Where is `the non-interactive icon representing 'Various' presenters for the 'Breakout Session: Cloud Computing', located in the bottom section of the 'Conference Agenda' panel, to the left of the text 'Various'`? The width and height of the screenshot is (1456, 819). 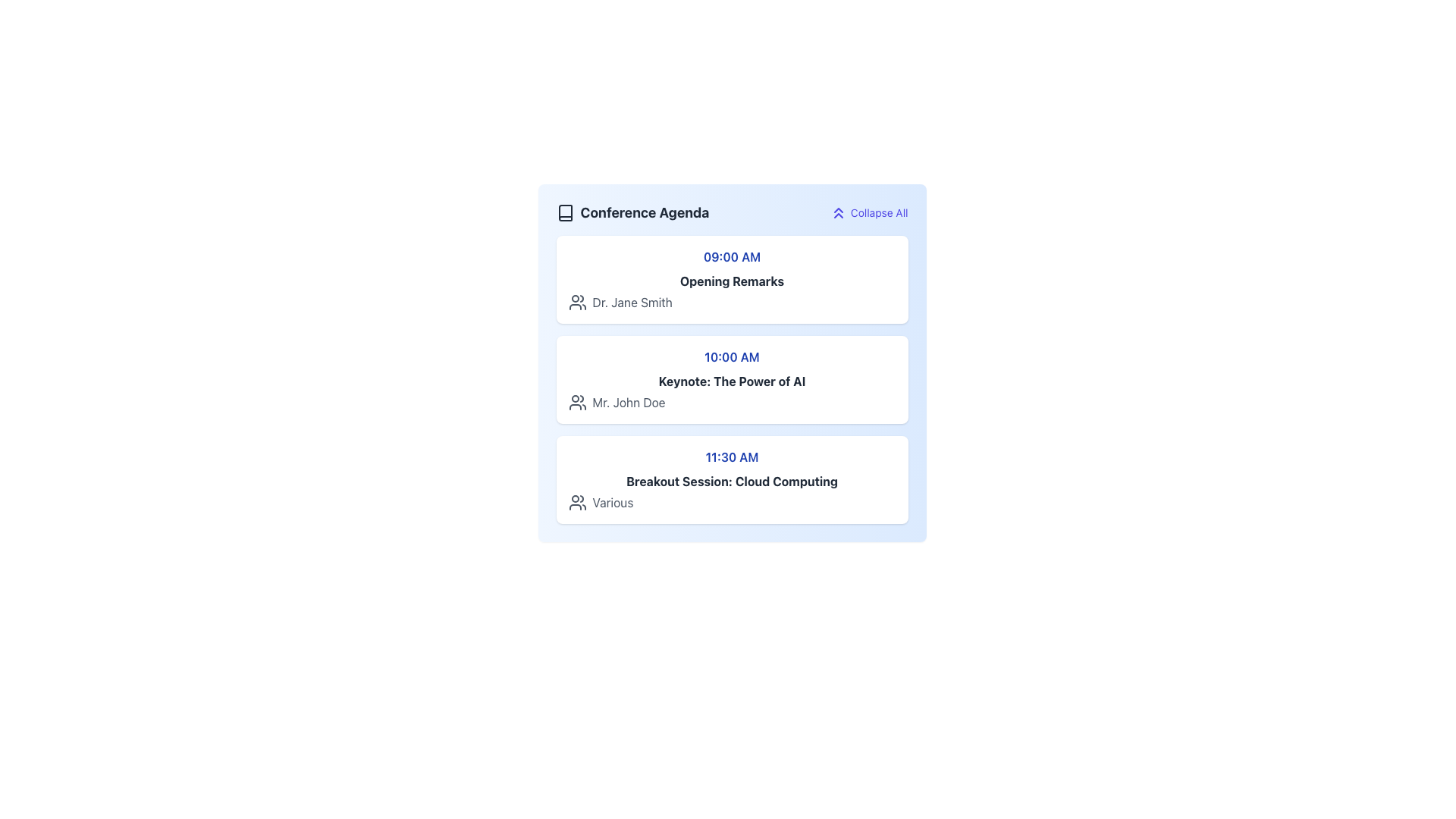
the non-interactive icon representing 'Various' presenters for the 'Breakout Session: Cloud Computing', located in the bottom section of the 'Conference Agenda' panel, to the left of the text 'Various' is located at coordinates (576, 503).